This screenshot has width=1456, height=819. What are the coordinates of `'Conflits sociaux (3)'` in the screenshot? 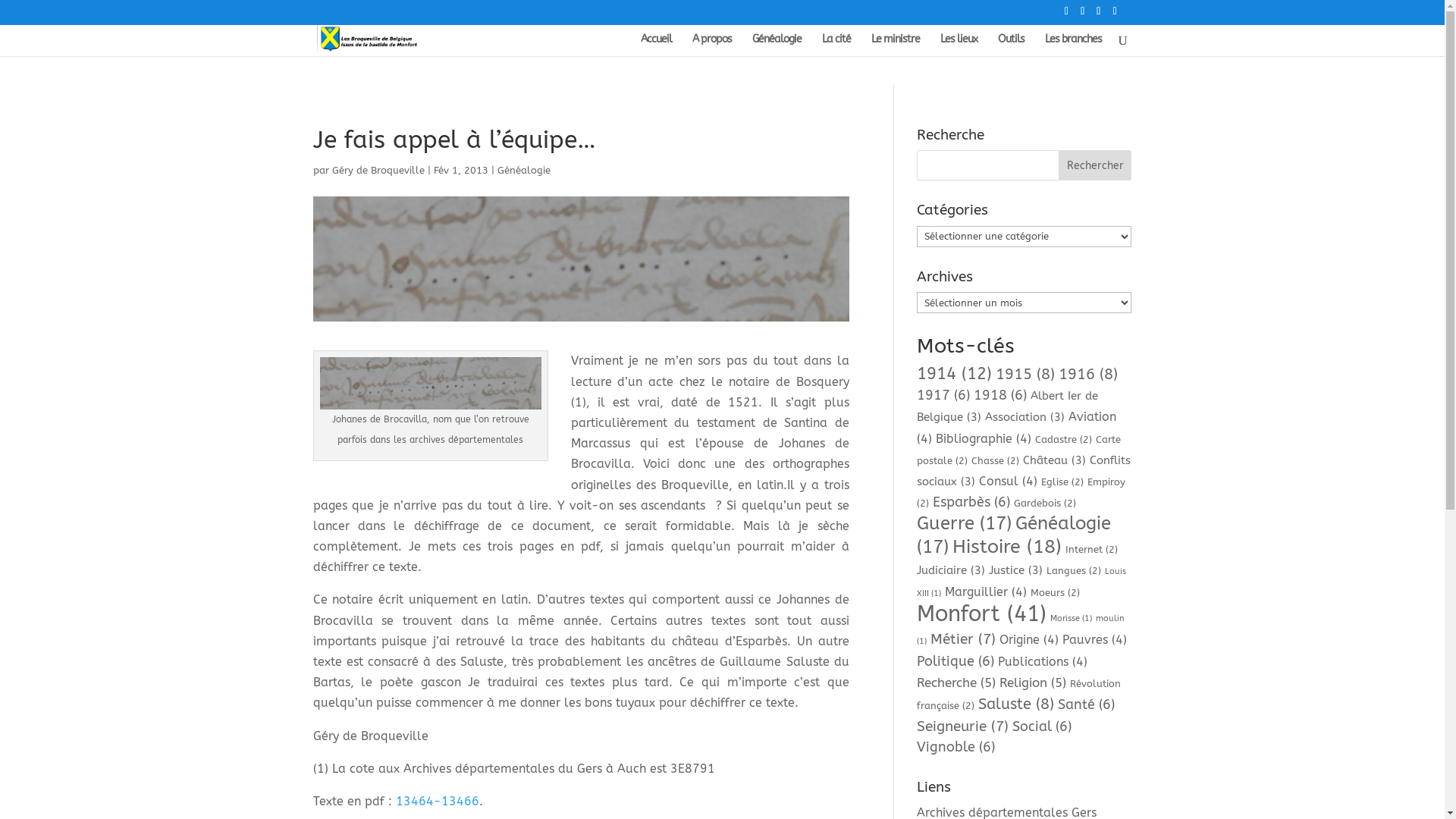 It's located at (1023, 470).